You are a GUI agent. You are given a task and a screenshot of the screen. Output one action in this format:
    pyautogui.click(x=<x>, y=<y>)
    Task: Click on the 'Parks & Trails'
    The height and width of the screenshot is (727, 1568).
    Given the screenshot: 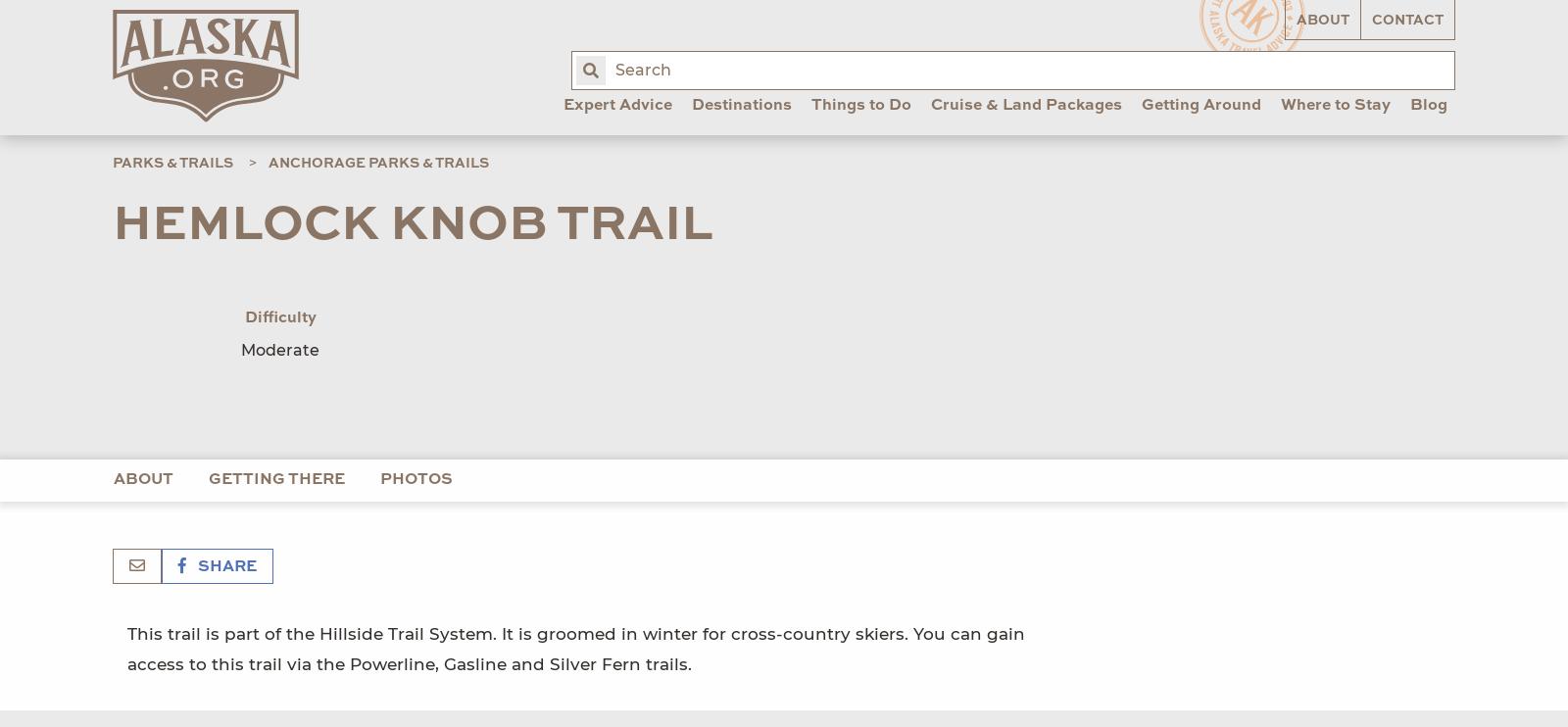 What is the action you would take?
    pyautogui.click(x=112, y=161)
    